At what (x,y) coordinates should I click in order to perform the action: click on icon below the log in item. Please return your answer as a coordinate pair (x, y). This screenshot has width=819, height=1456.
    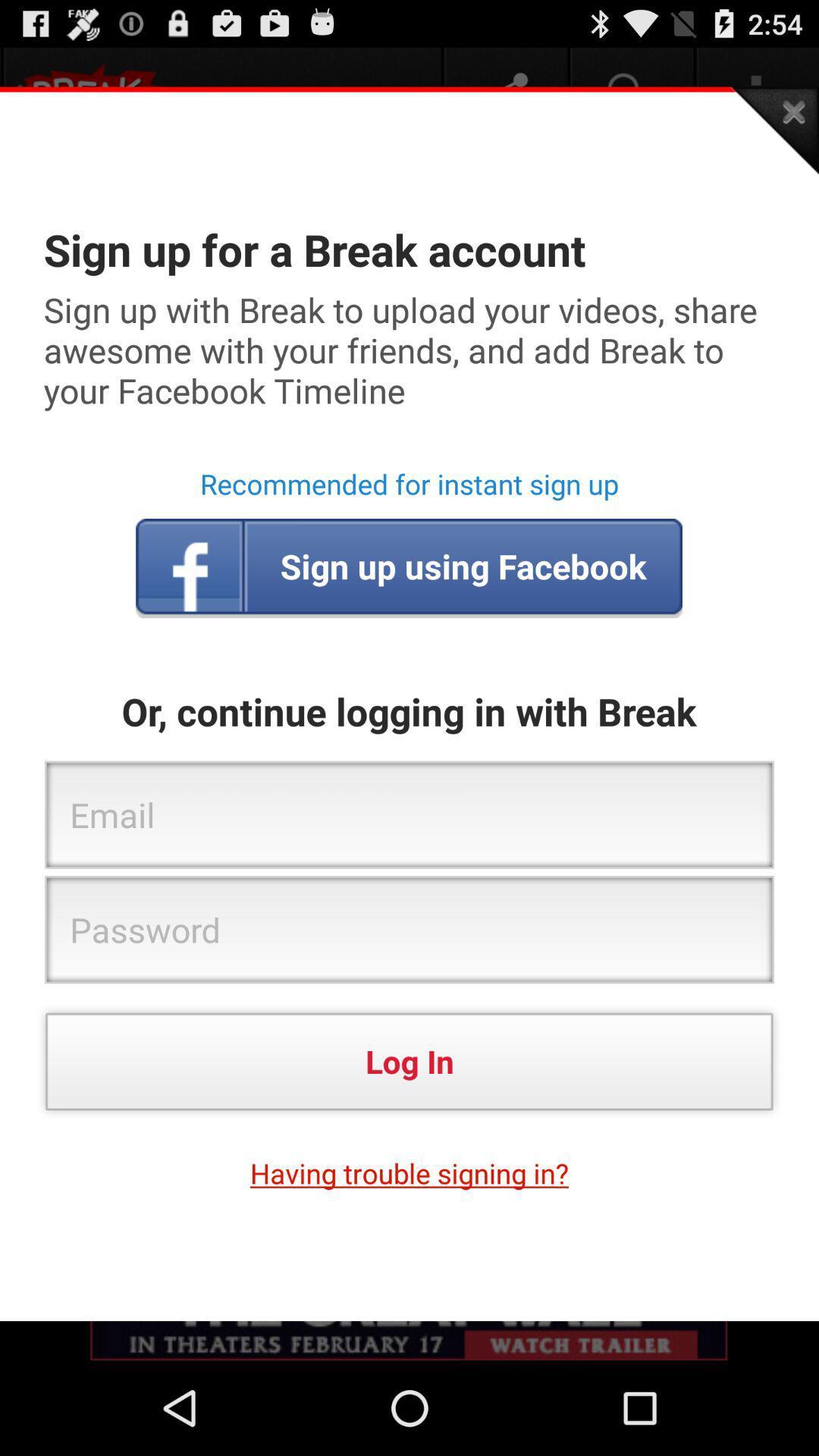
    Looking at the image, I should click on (409, 1172).